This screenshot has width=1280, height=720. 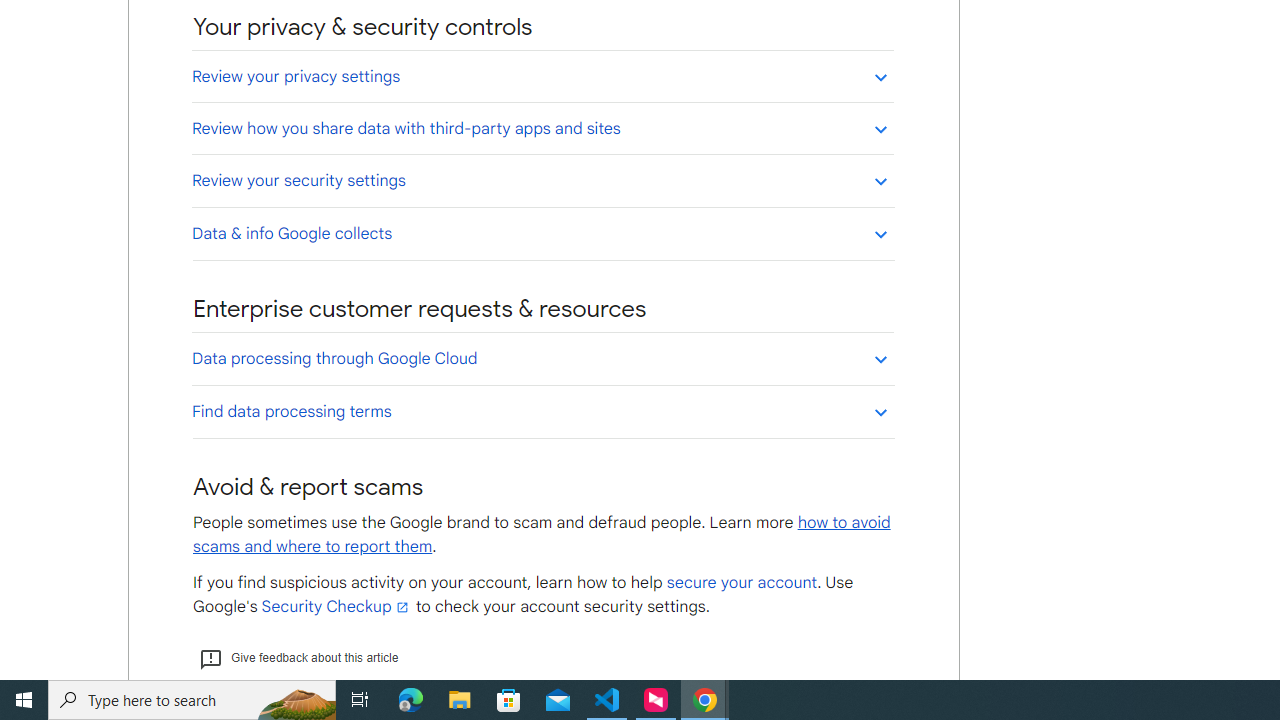 What do you see at coordinates (336, 605) in the screenshot?
I see `'Security Checkup'` at bounding box center [336, 605].